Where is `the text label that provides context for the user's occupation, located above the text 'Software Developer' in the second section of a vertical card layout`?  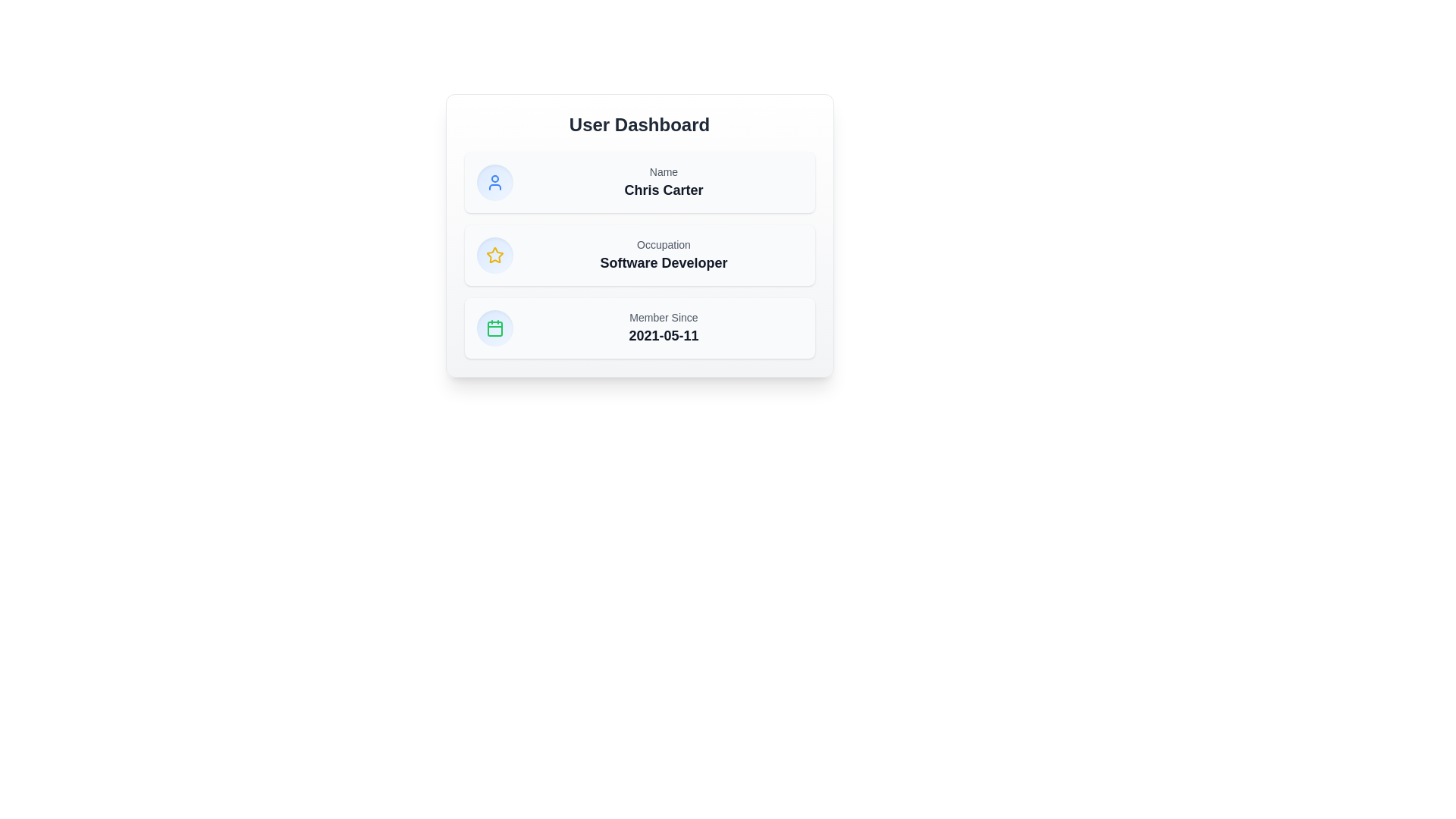
the text label that provides context for the user's occupation, located above the text 'Software Developer' in the second section of a vertical card layout is located at coordinates (664, 244).